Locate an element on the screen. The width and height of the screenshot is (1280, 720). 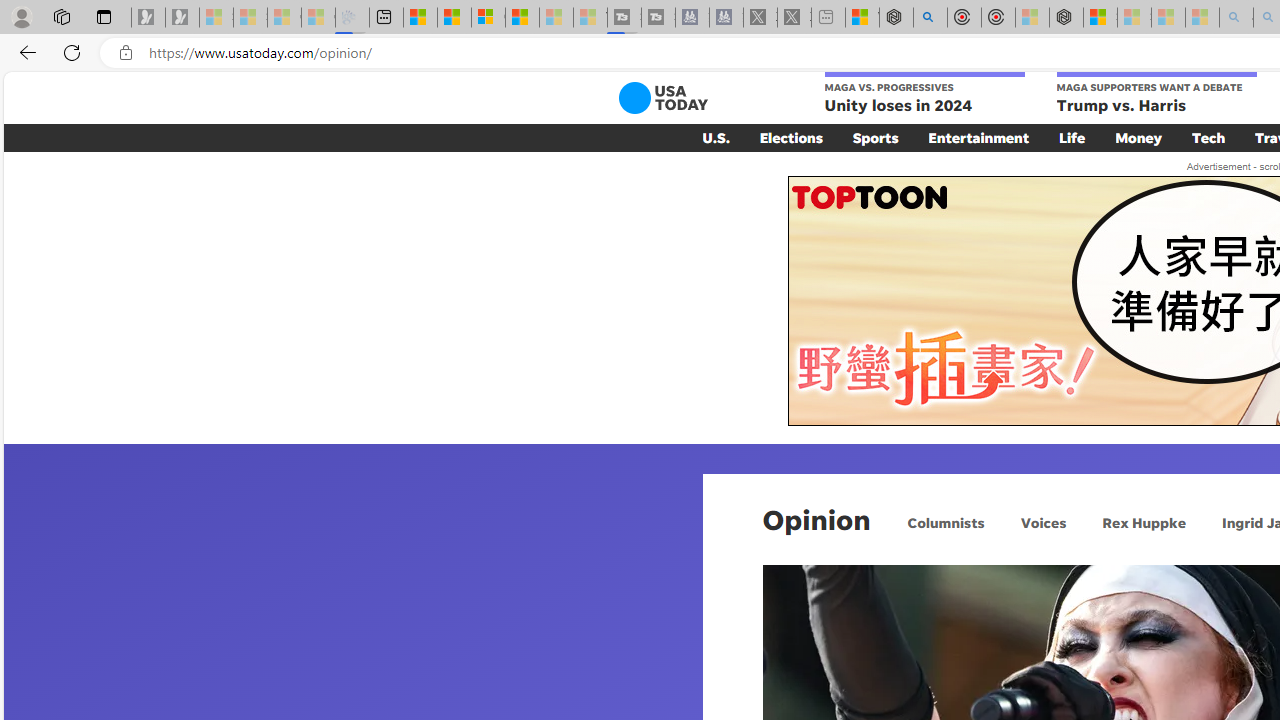
'Newsletter Sign Up - Sleeping' is located at coordinates (182, 17).